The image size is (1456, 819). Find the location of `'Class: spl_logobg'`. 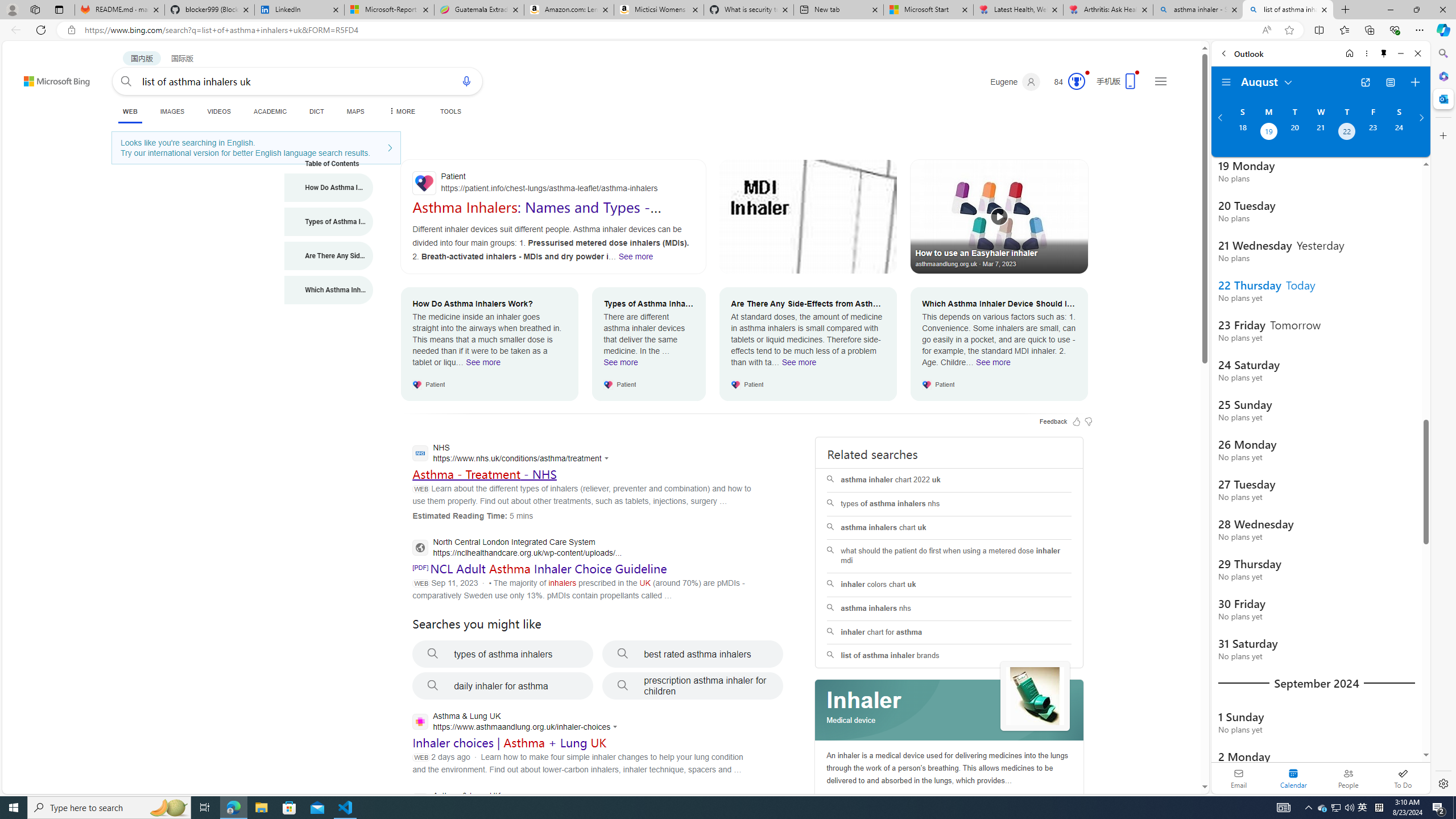

'Class: spl_logobg' is located at coordinates (950, 710).